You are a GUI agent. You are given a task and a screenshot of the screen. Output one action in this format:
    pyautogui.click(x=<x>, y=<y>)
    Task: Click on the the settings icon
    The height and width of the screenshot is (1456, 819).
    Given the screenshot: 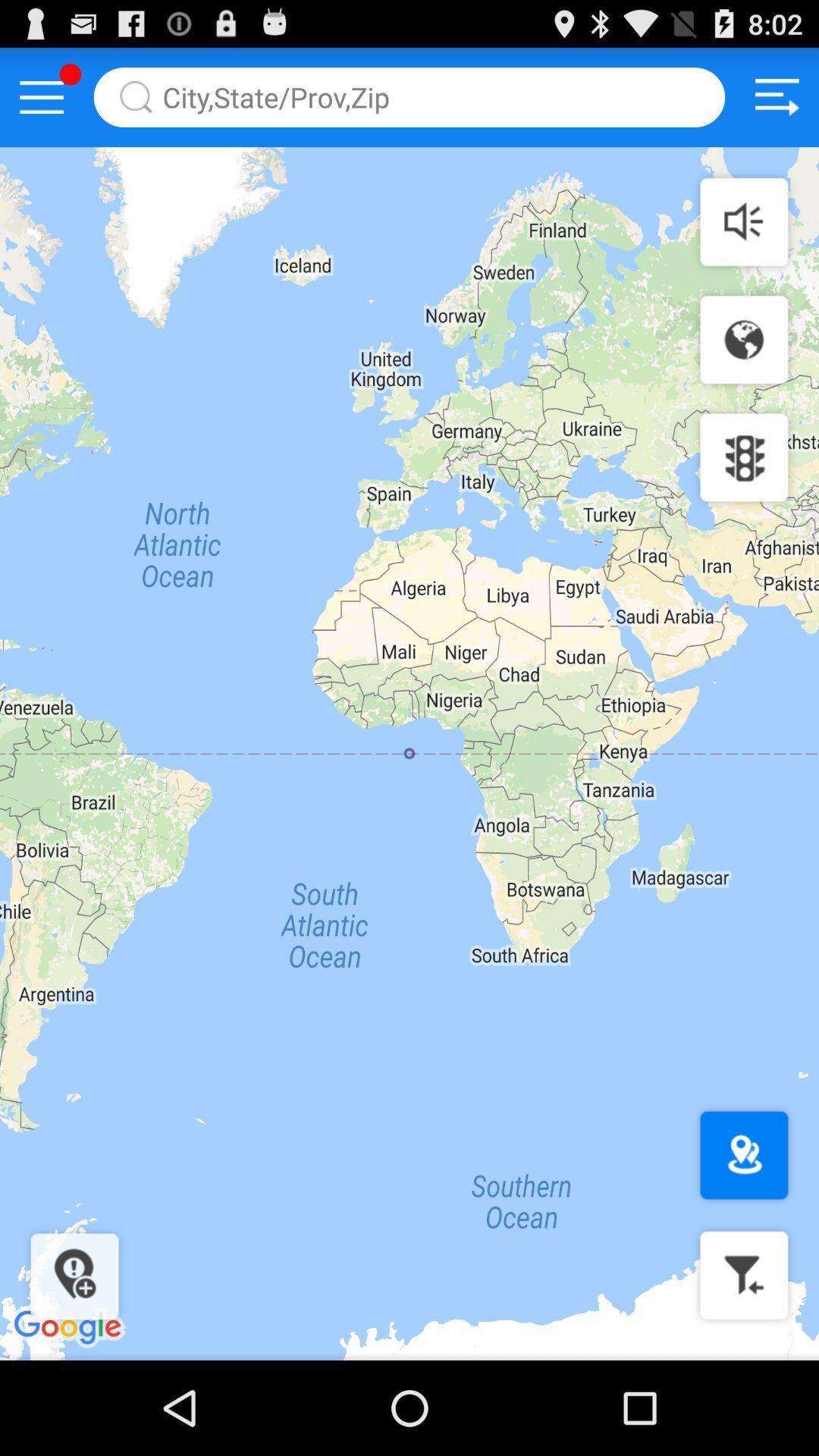 What is the action you would take?
    pyautogui.click(x=743, y=489)
    